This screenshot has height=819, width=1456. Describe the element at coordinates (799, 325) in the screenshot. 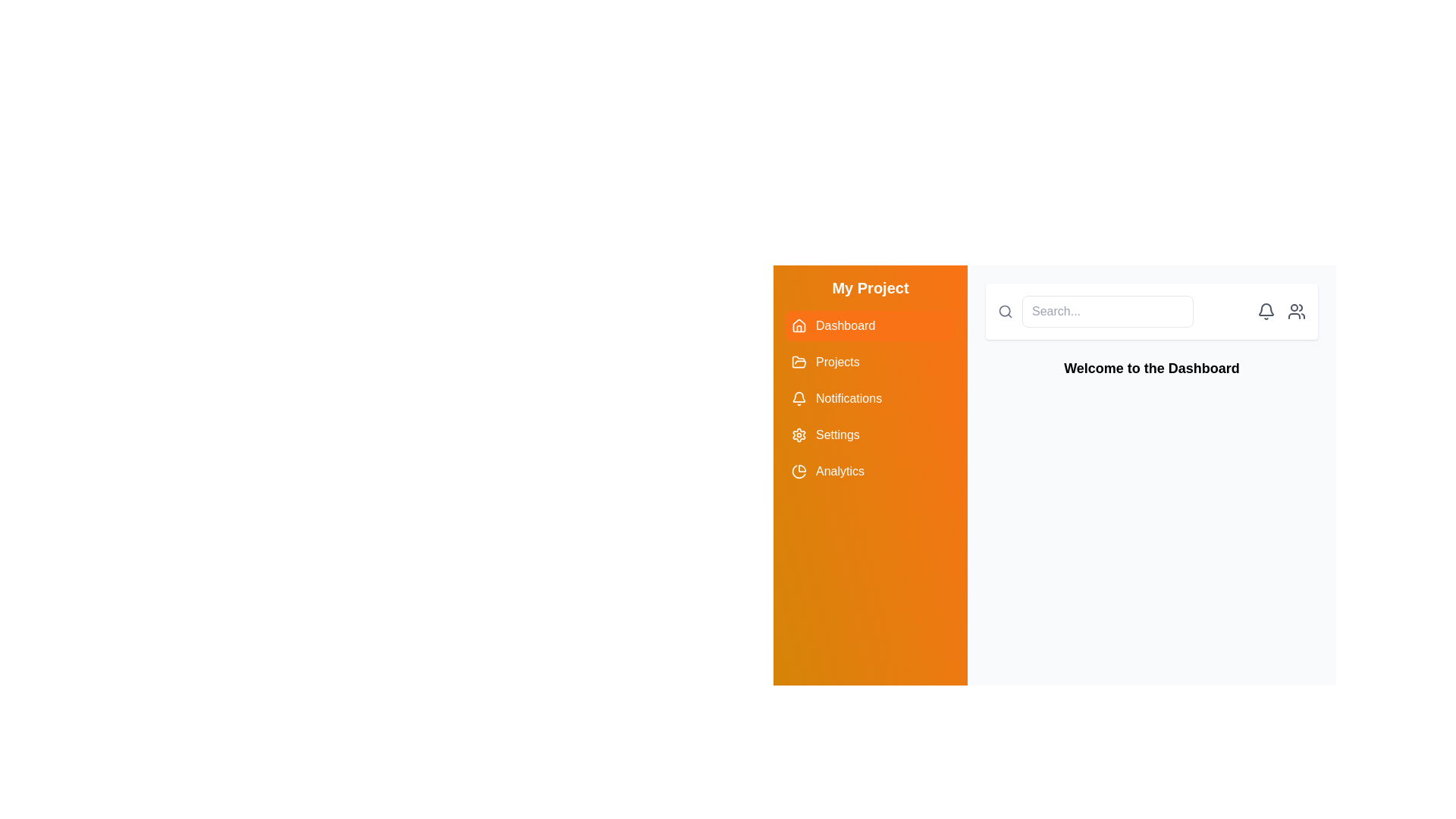

I see `the SVG icon resembling a house shape, which is the leading icon for the 'Dashboard' menu item in the orange-shaded sidebar menu` at that location.